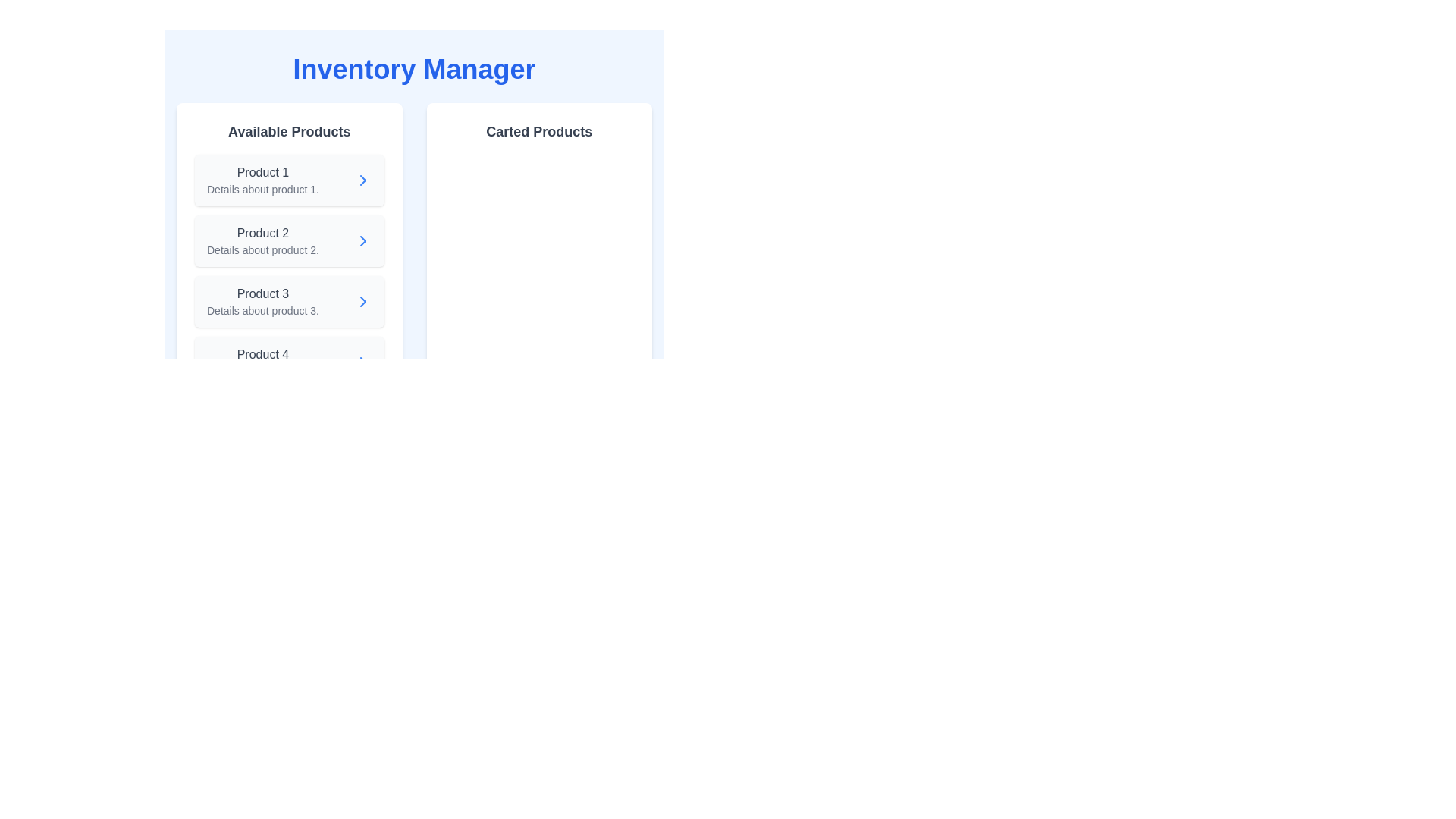 The image size is (1456, 819). I want to click on the third item in the 'Available Products' list, so click(262, 301).